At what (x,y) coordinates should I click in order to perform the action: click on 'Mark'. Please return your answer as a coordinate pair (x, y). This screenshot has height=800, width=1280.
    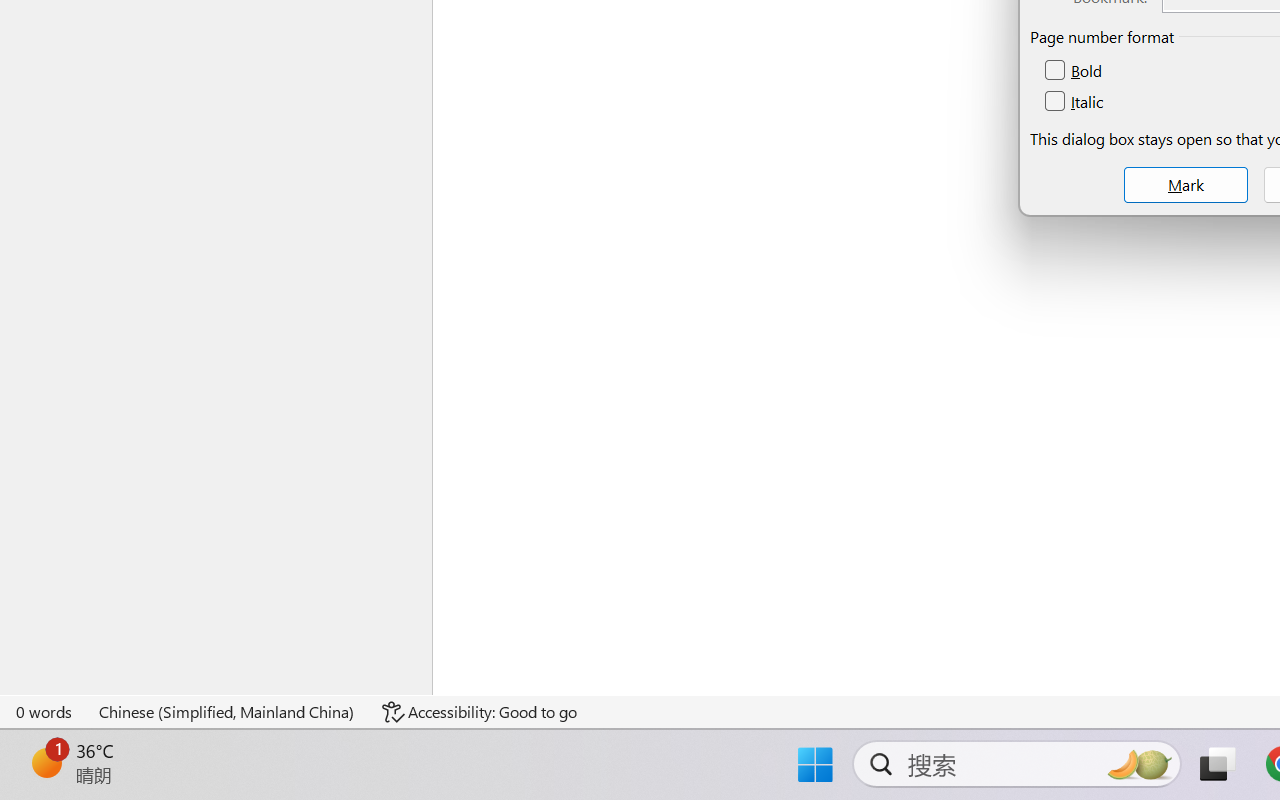
    Looking at the image, I should click on (1185, 184).